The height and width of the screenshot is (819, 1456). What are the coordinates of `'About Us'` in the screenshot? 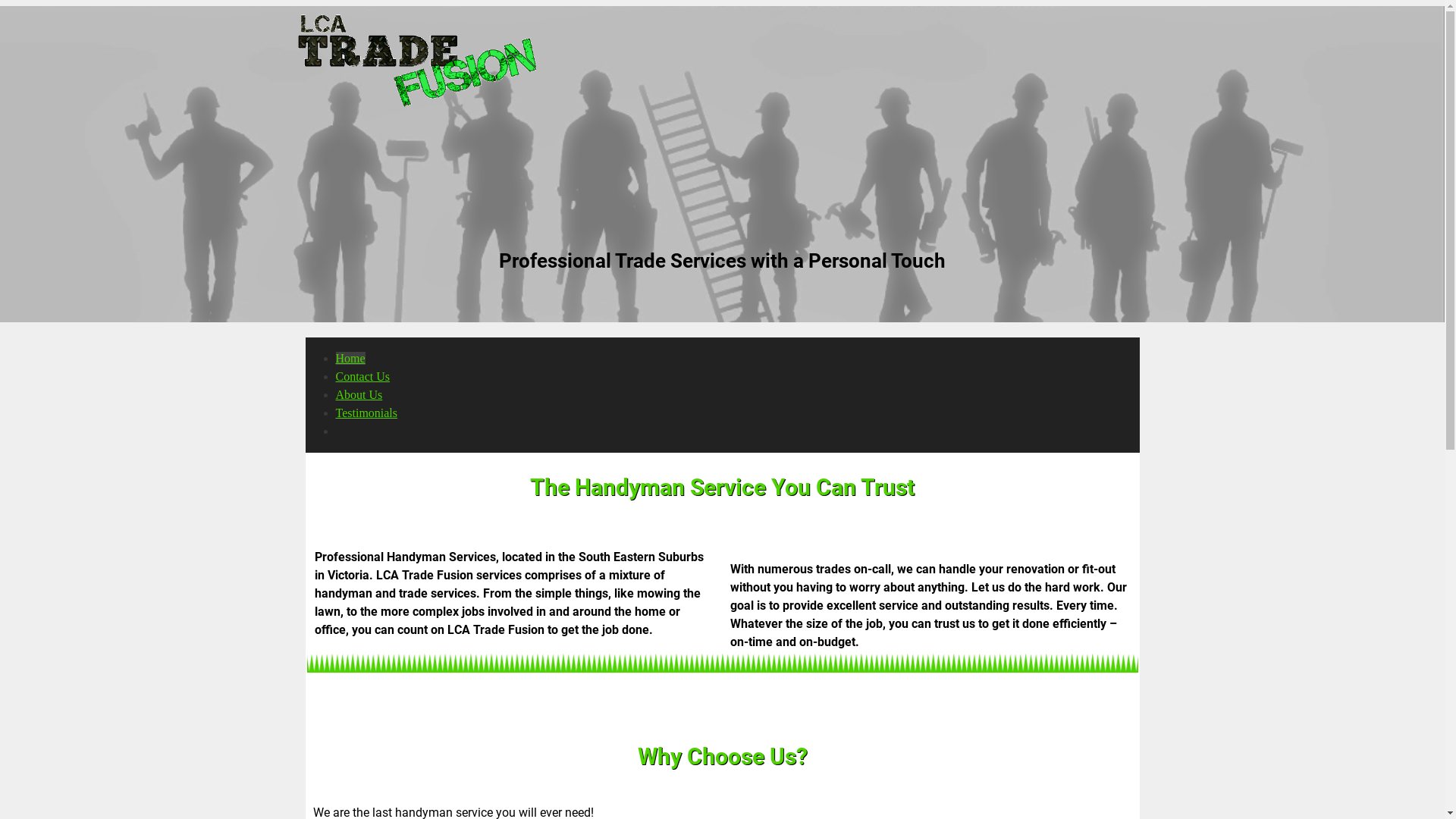 It's located at (358, 394).